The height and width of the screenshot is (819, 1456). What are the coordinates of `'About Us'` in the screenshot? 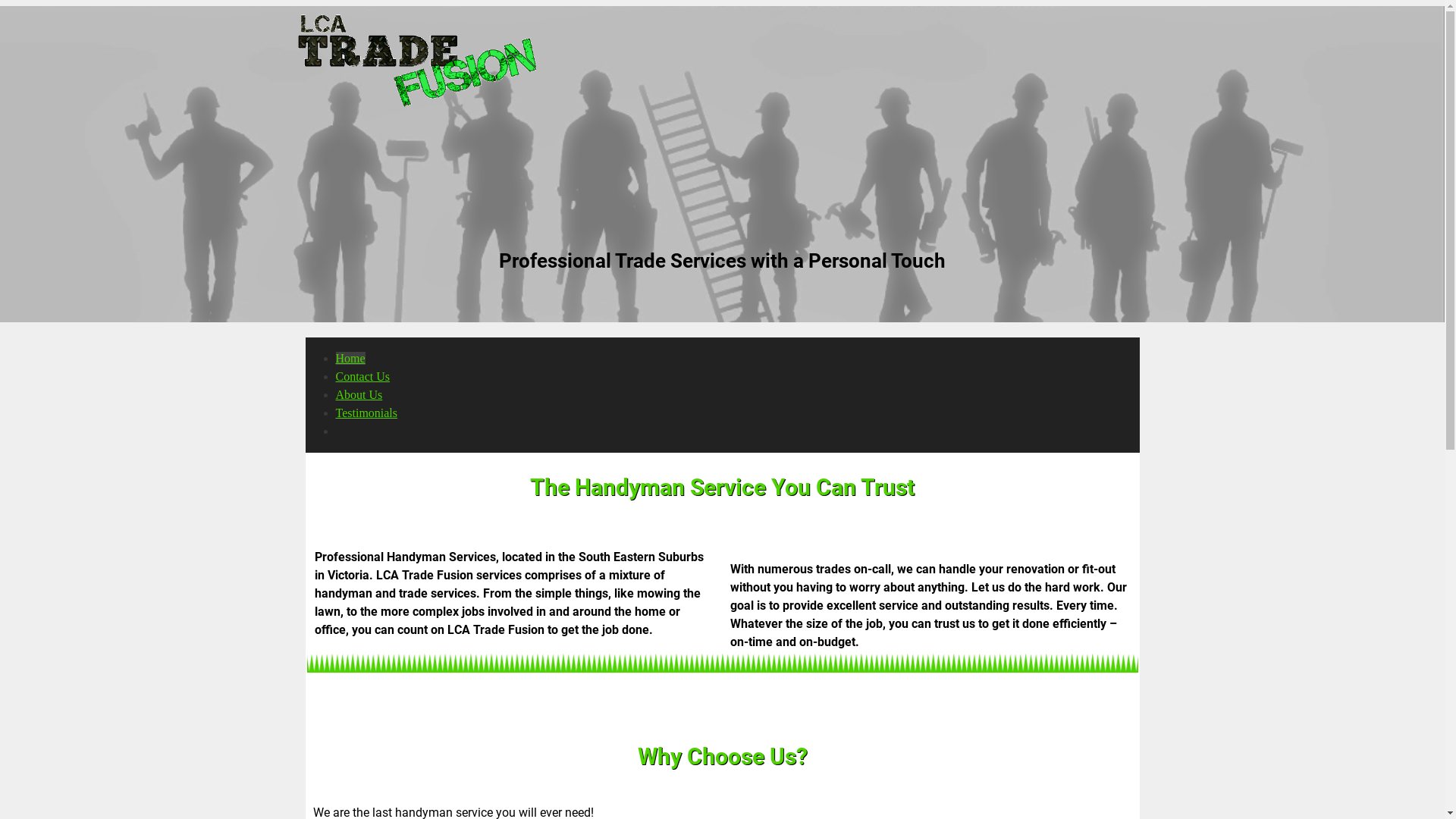 It's located at (358, 394).